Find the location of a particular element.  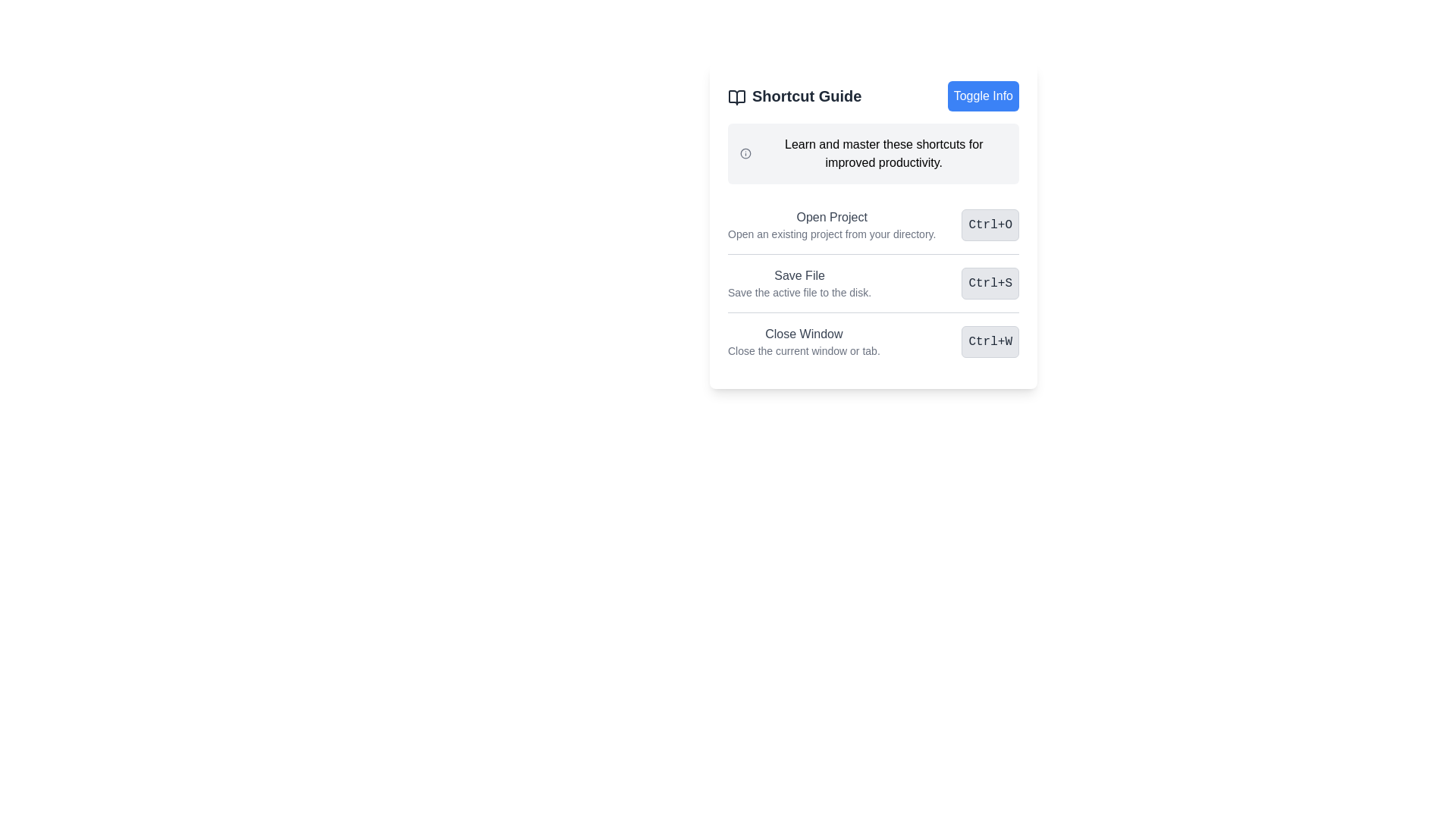

the central circle of the SVG icon located to the left of the 'Learn and master these shortcuts for improved productivity.' text in the Shortcut Guide interface is located at coordinates (745, 154).